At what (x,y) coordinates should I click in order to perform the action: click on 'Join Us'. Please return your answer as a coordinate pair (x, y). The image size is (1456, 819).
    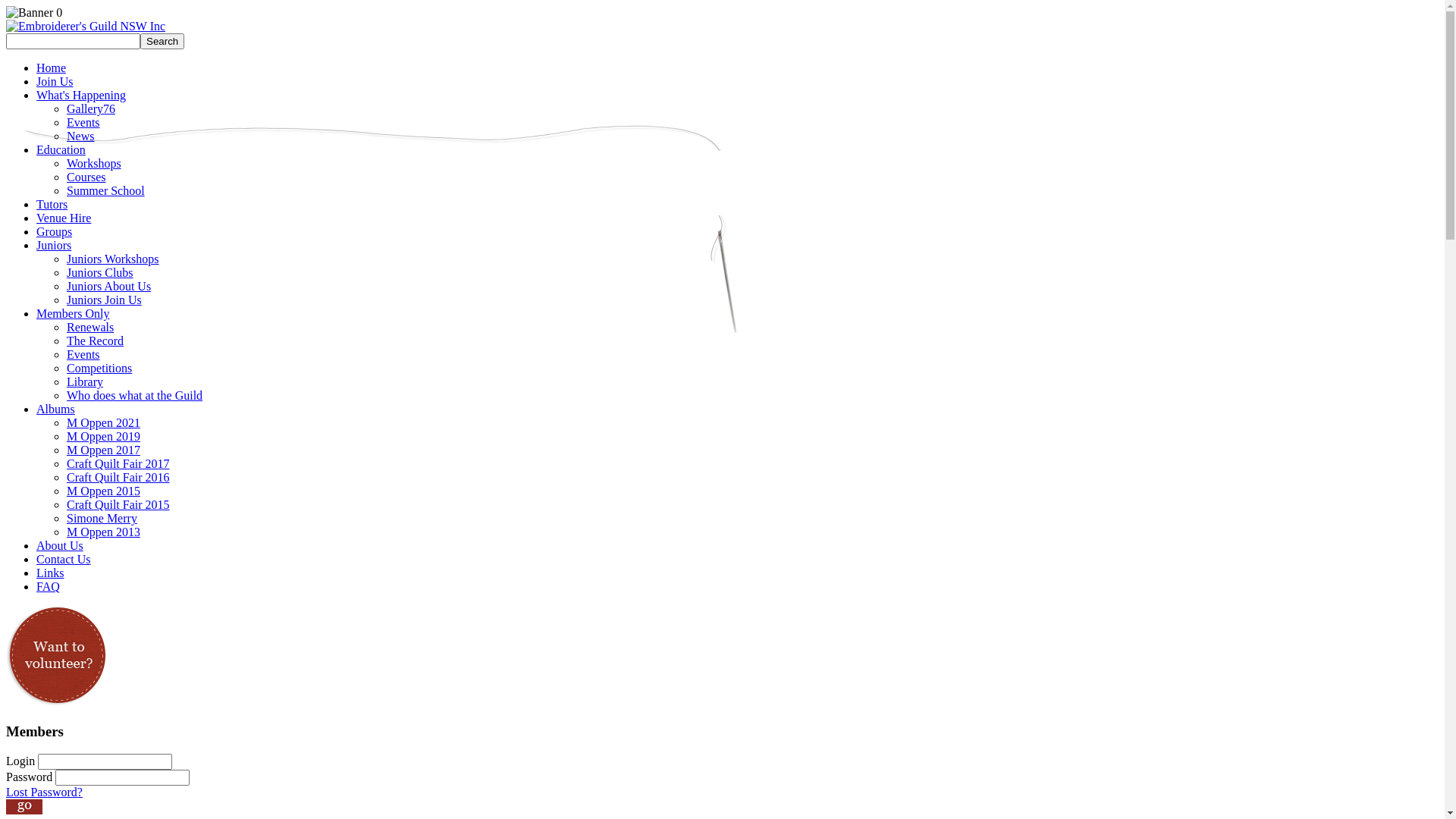
    Looking at the image, I should click on (36, 81).